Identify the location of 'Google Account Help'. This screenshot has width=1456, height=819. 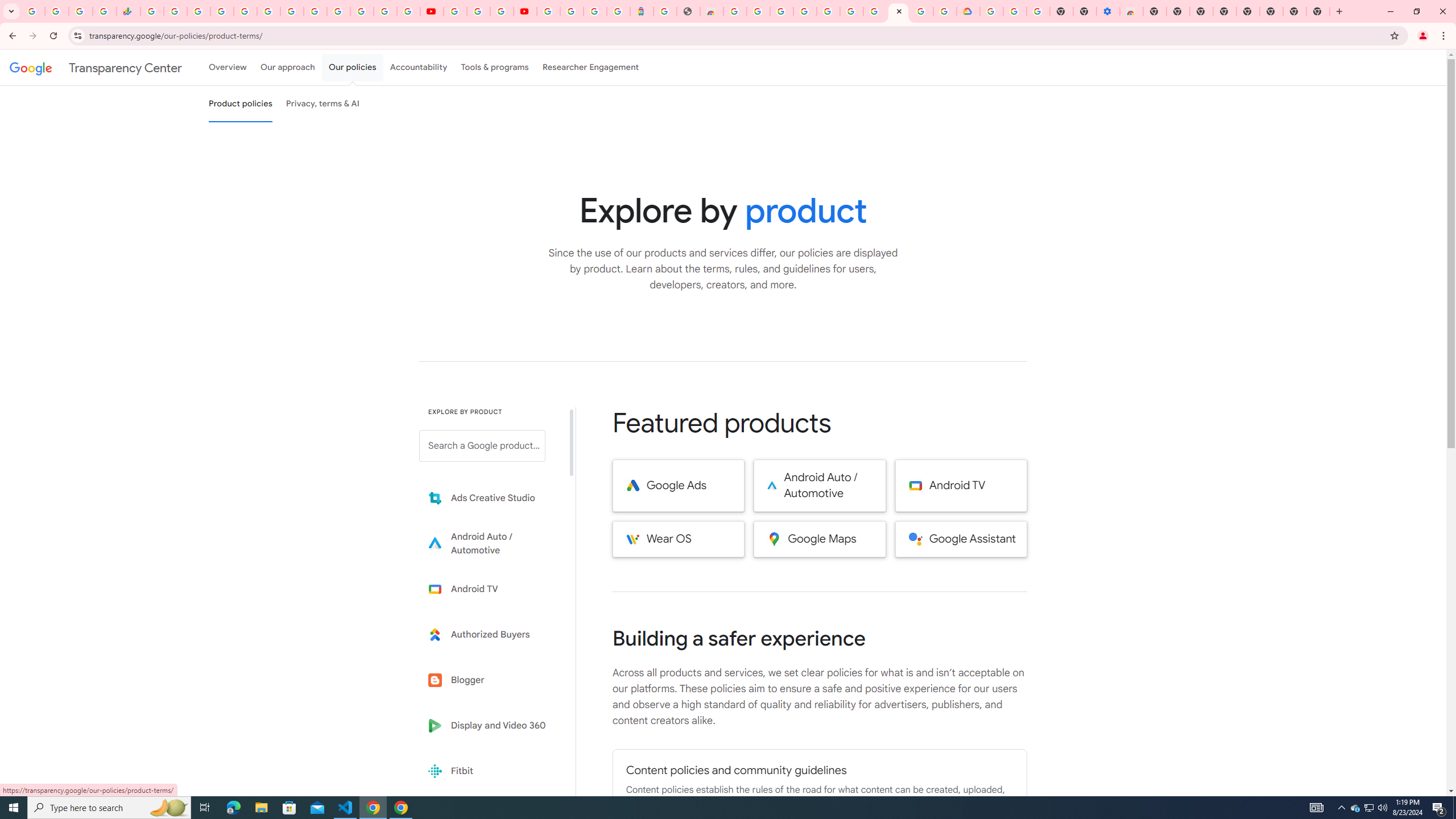
(477, 11).